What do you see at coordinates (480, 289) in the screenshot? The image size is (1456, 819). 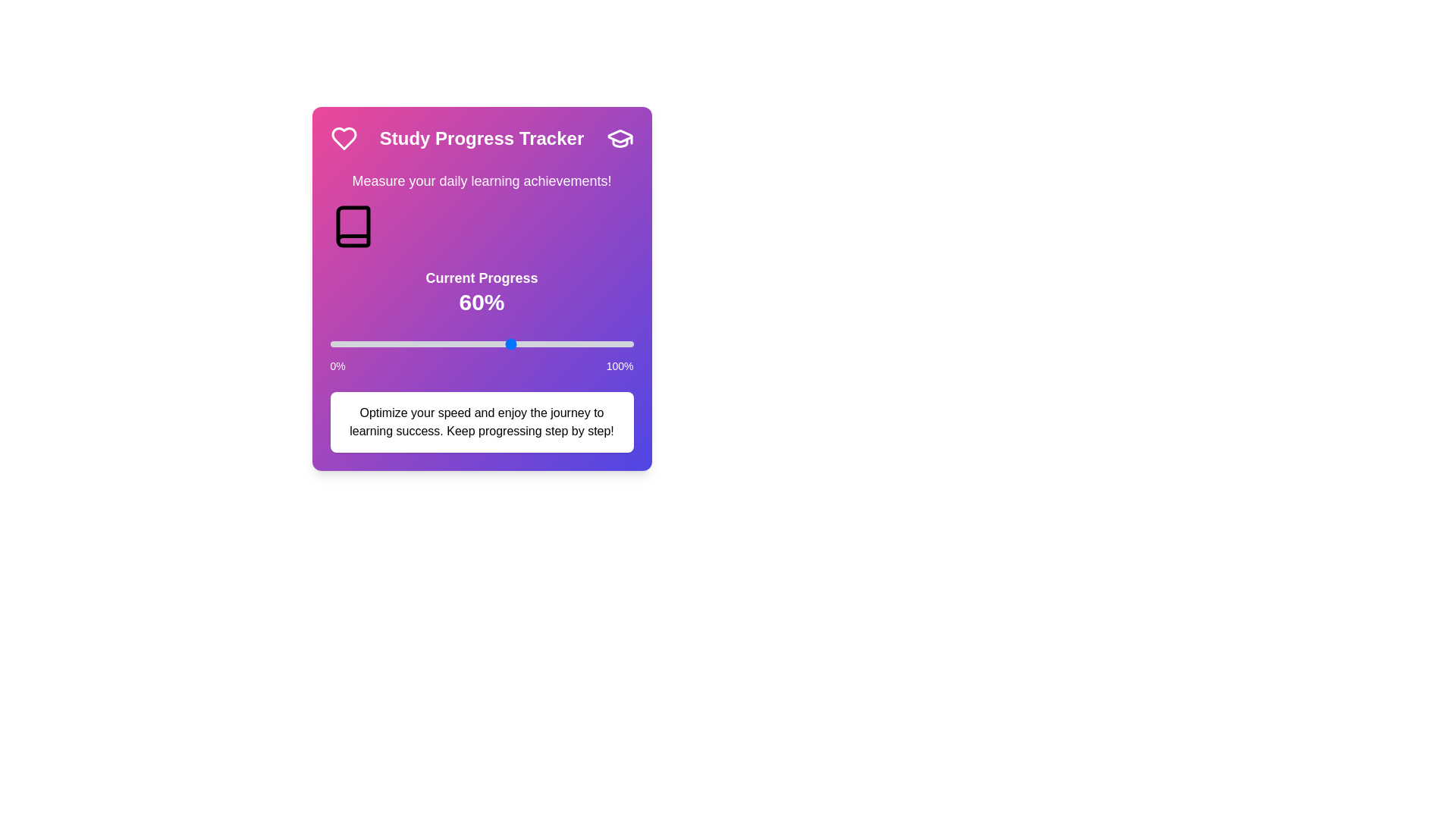 I see `the gradient background to trigger any hover effects` at bounding box center [480, 289].